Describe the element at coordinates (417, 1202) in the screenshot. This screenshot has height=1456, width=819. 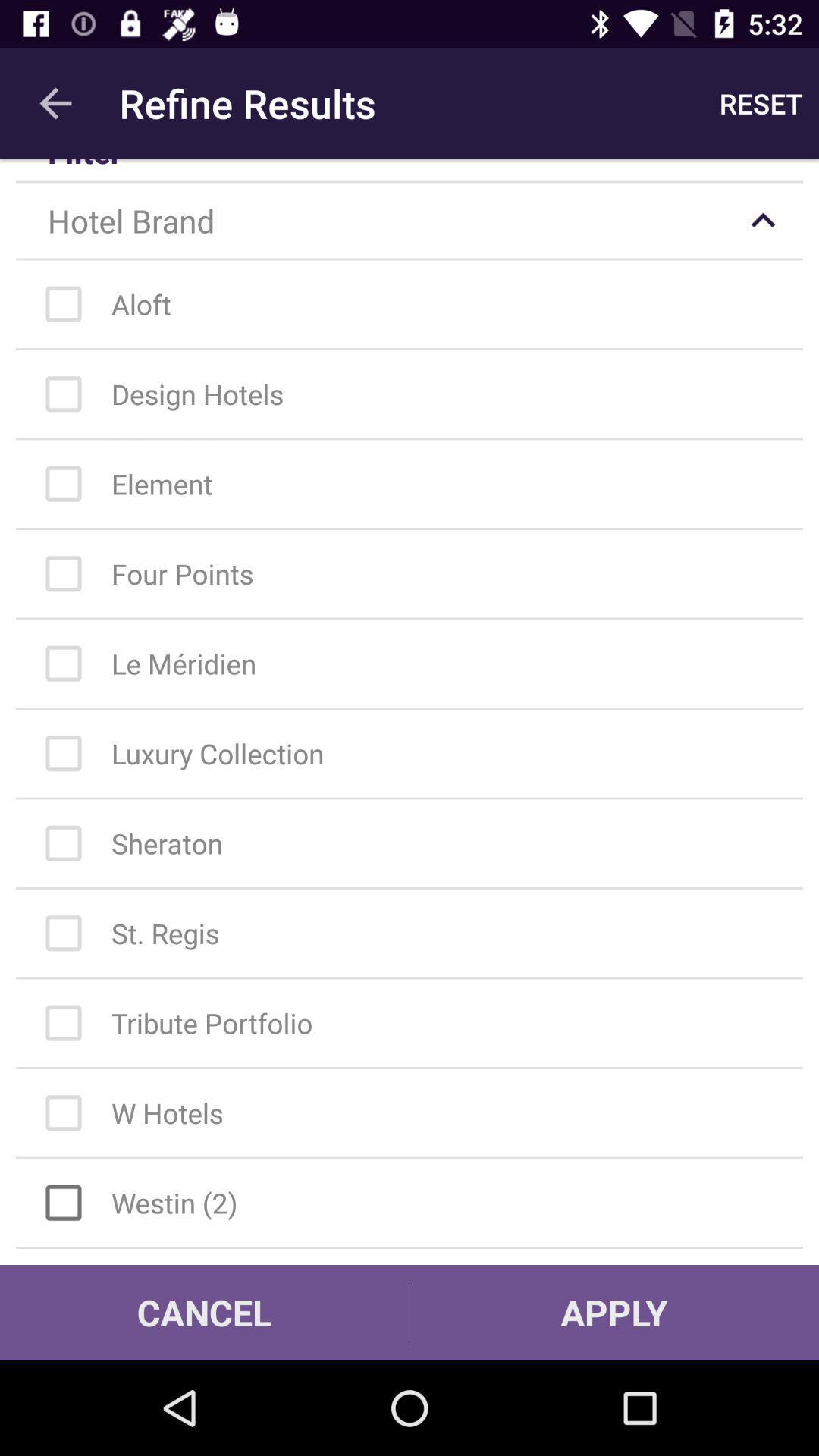
I see `the last hotel brand` at that location.